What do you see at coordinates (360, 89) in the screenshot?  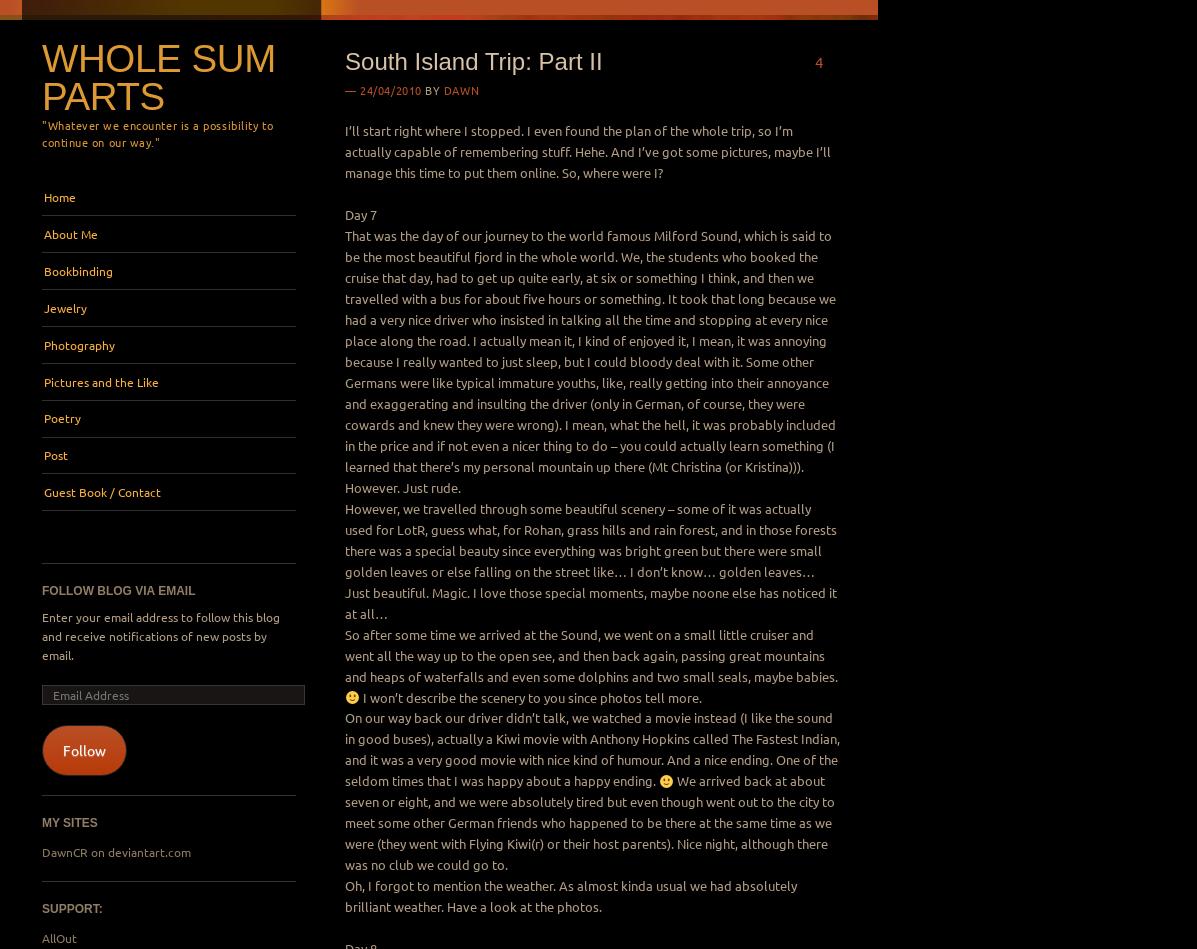 I see `'24/04/2010'` at bounding box center [360, 89].